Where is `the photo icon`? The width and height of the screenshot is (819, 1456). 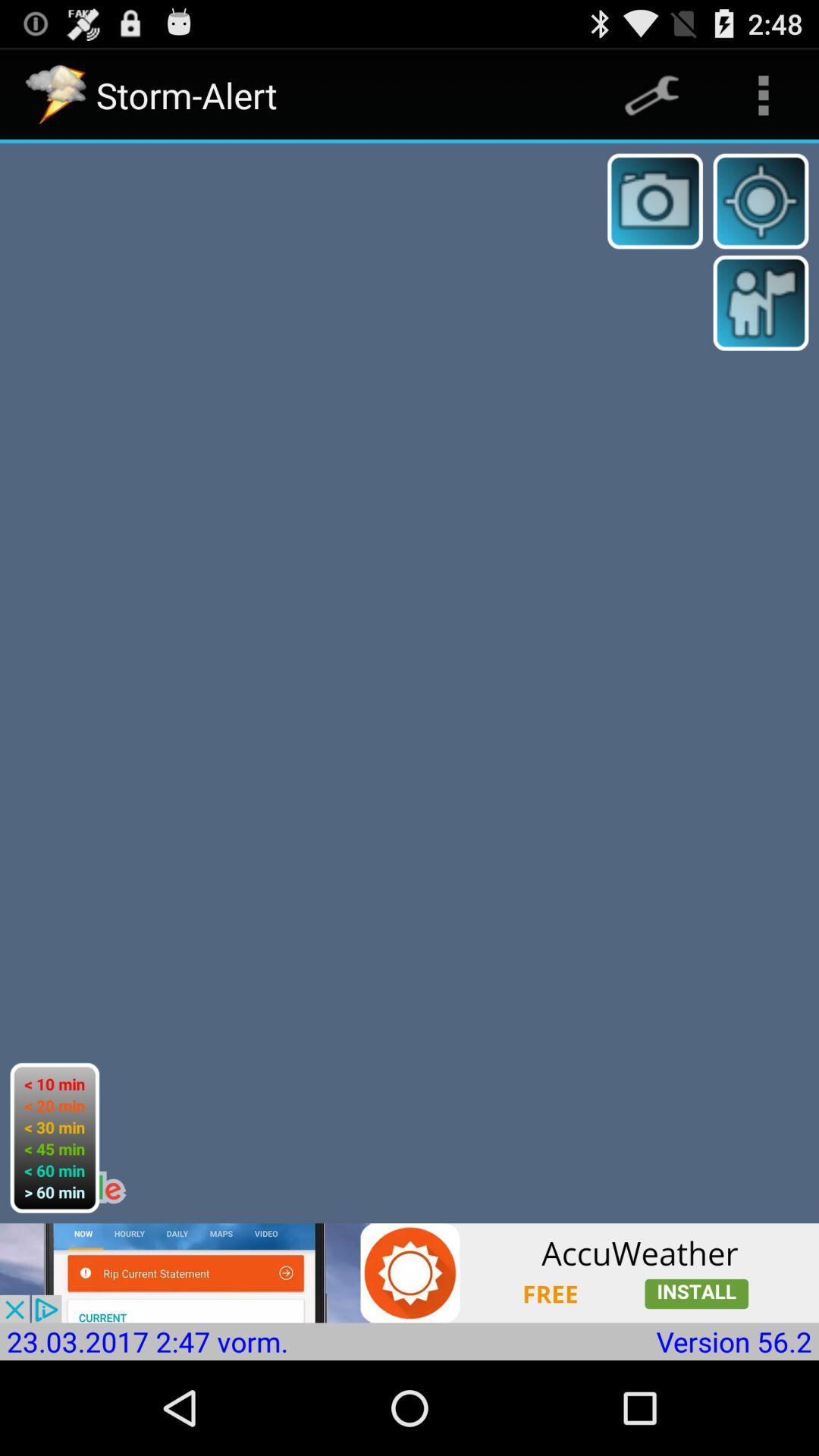 the photo icon is located at coordinates (654, 215).